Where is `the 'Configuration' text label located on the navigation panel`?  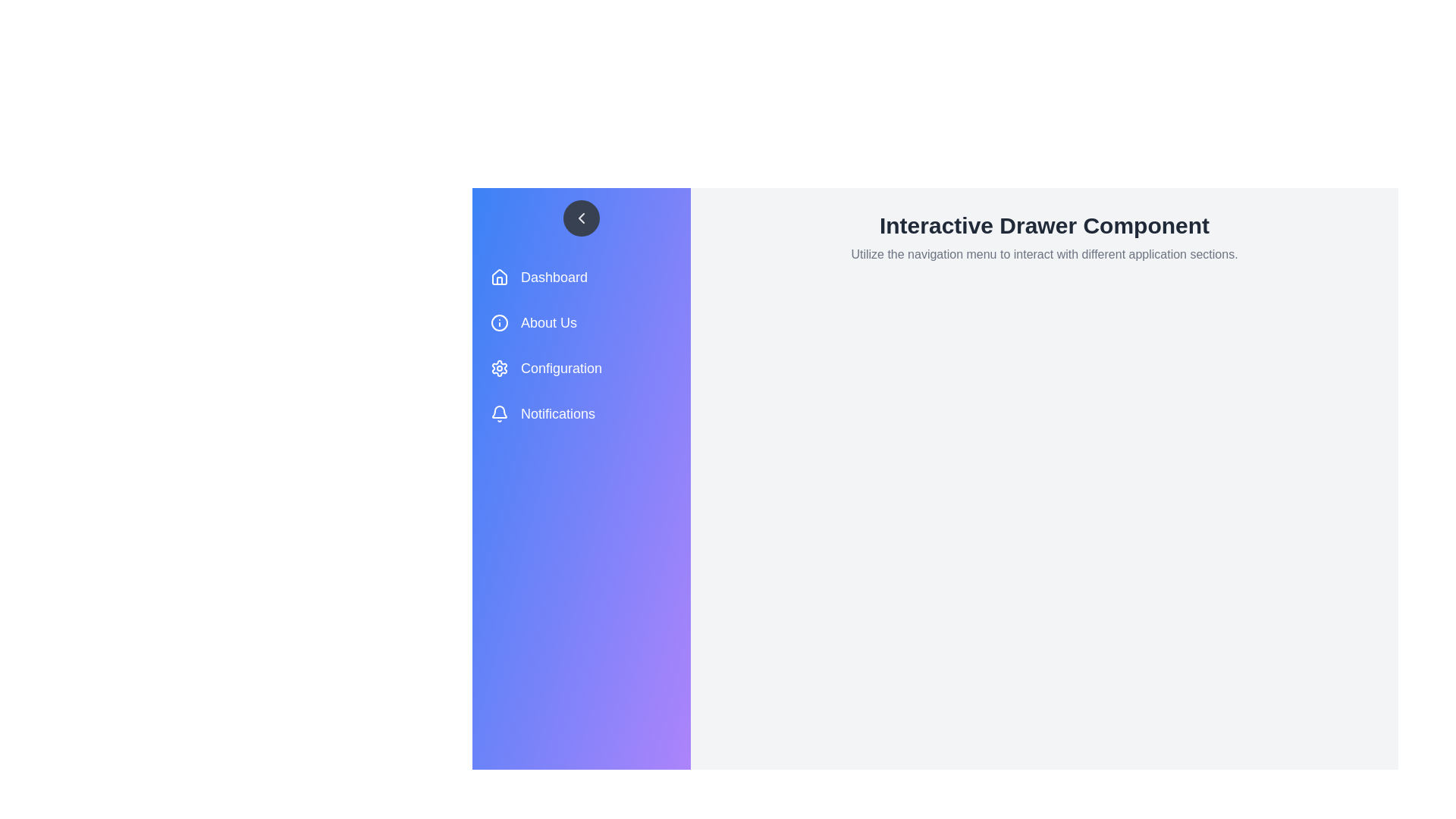
the 'Configuration' text label located on the navigation panel is located at coordinates (560, 369).